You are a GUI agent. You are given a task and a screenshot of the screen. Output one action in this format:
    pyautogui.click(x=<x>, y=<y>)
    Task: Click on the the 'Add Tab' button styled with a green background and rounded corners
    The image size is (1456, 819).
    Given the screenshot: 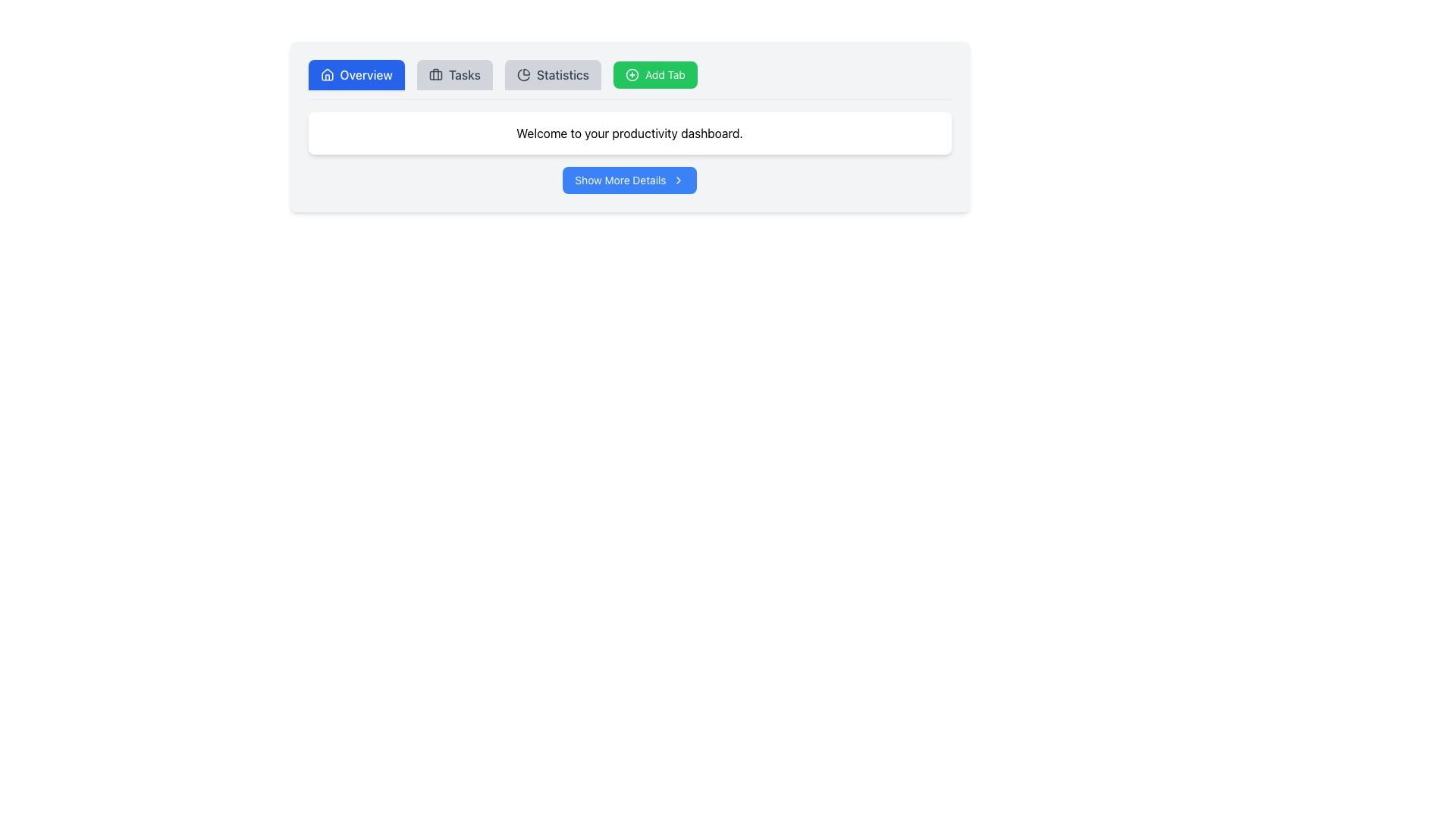 What is the action you would take?
    pyautogui.click(x=655, y=75)
    